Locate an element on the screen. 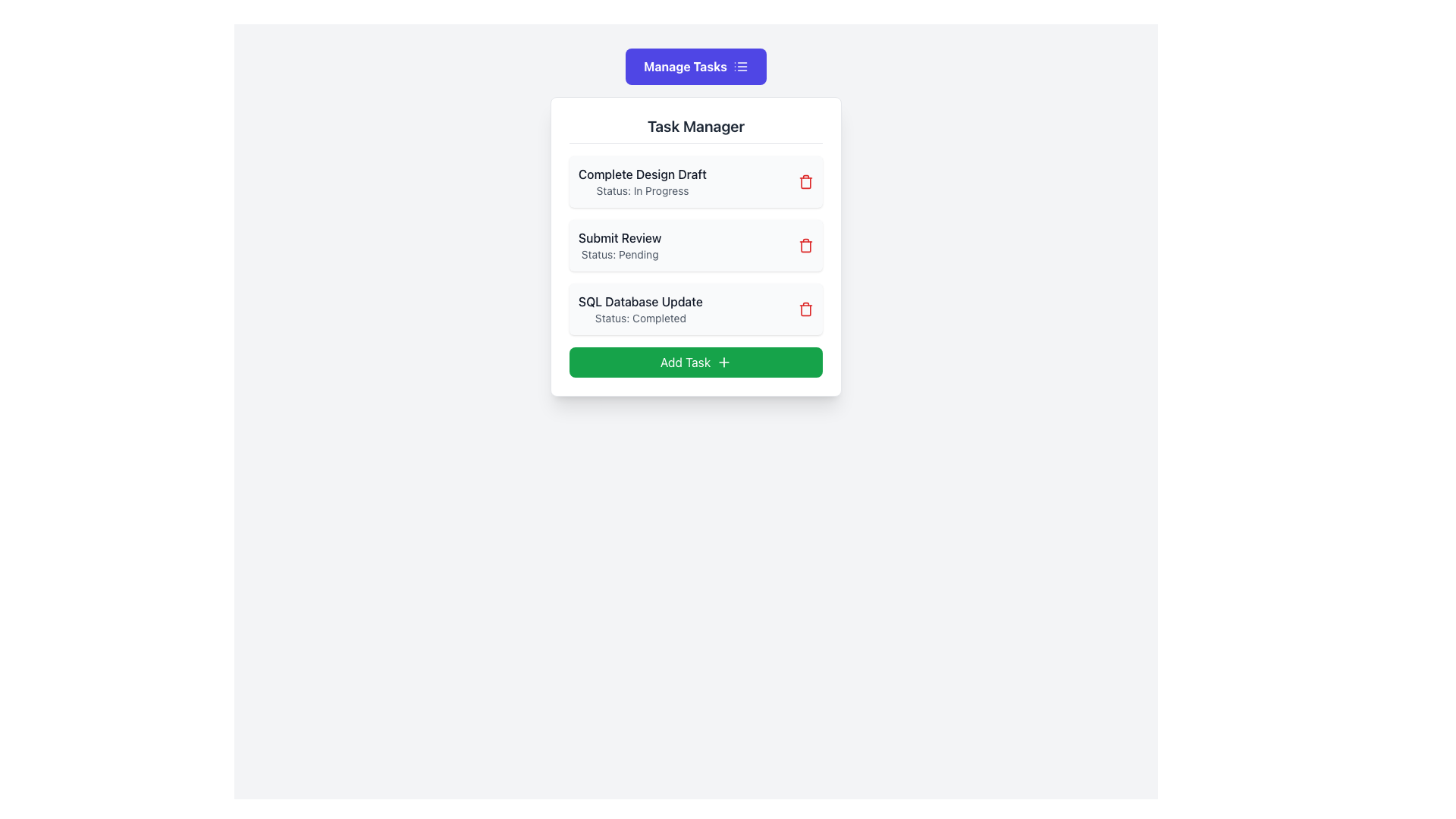 The image size is (1456, 819). the Information text block displaying 'SQL Database Update' and 'Status: Completed', which is the third item in the 'Task Manager' section is located at coordinates (640, 309).